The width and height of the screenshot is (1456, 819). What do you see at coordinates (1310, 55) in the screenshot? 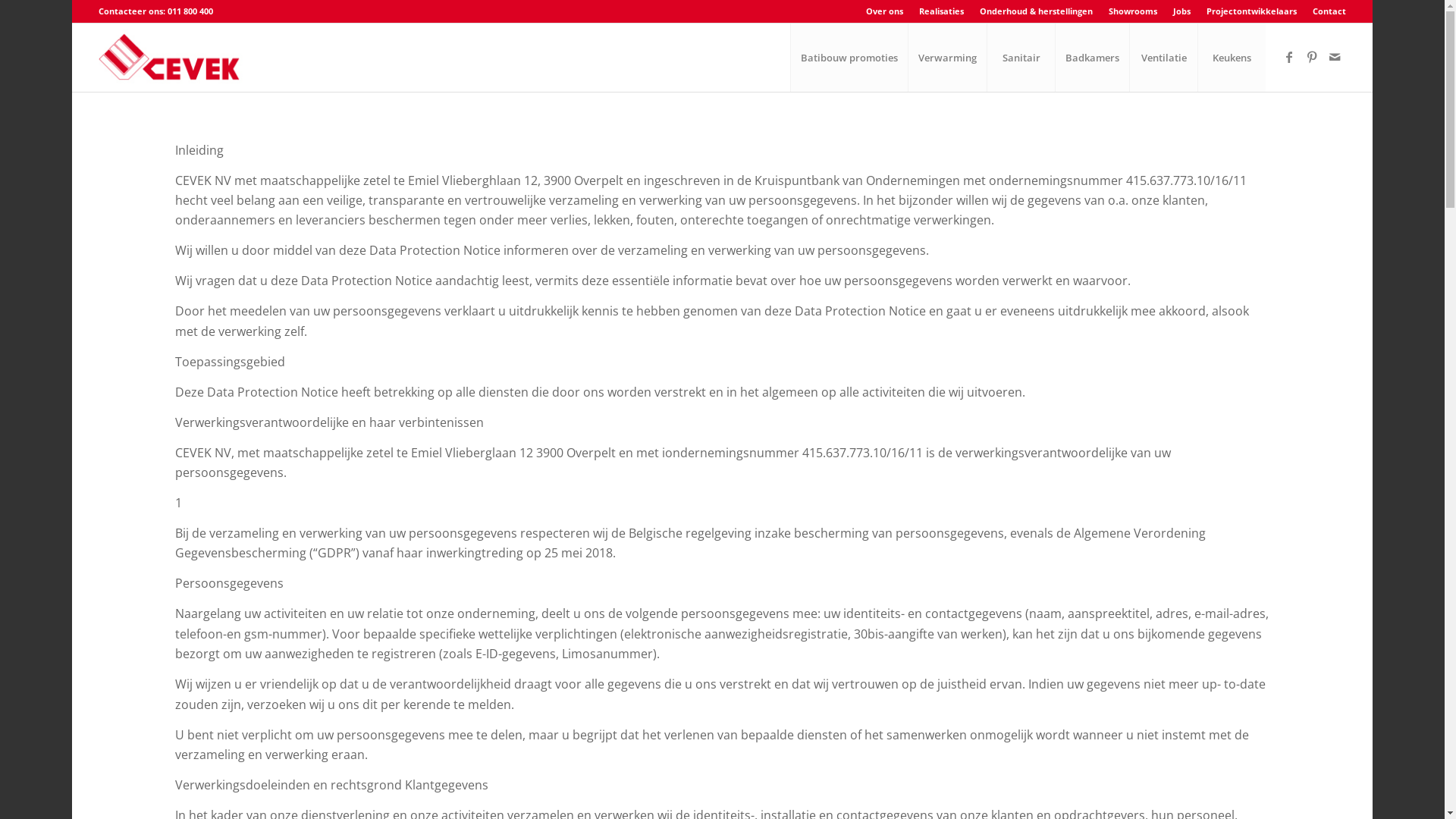
I see `'Pinterest'` at bounding box center [1310, 55].